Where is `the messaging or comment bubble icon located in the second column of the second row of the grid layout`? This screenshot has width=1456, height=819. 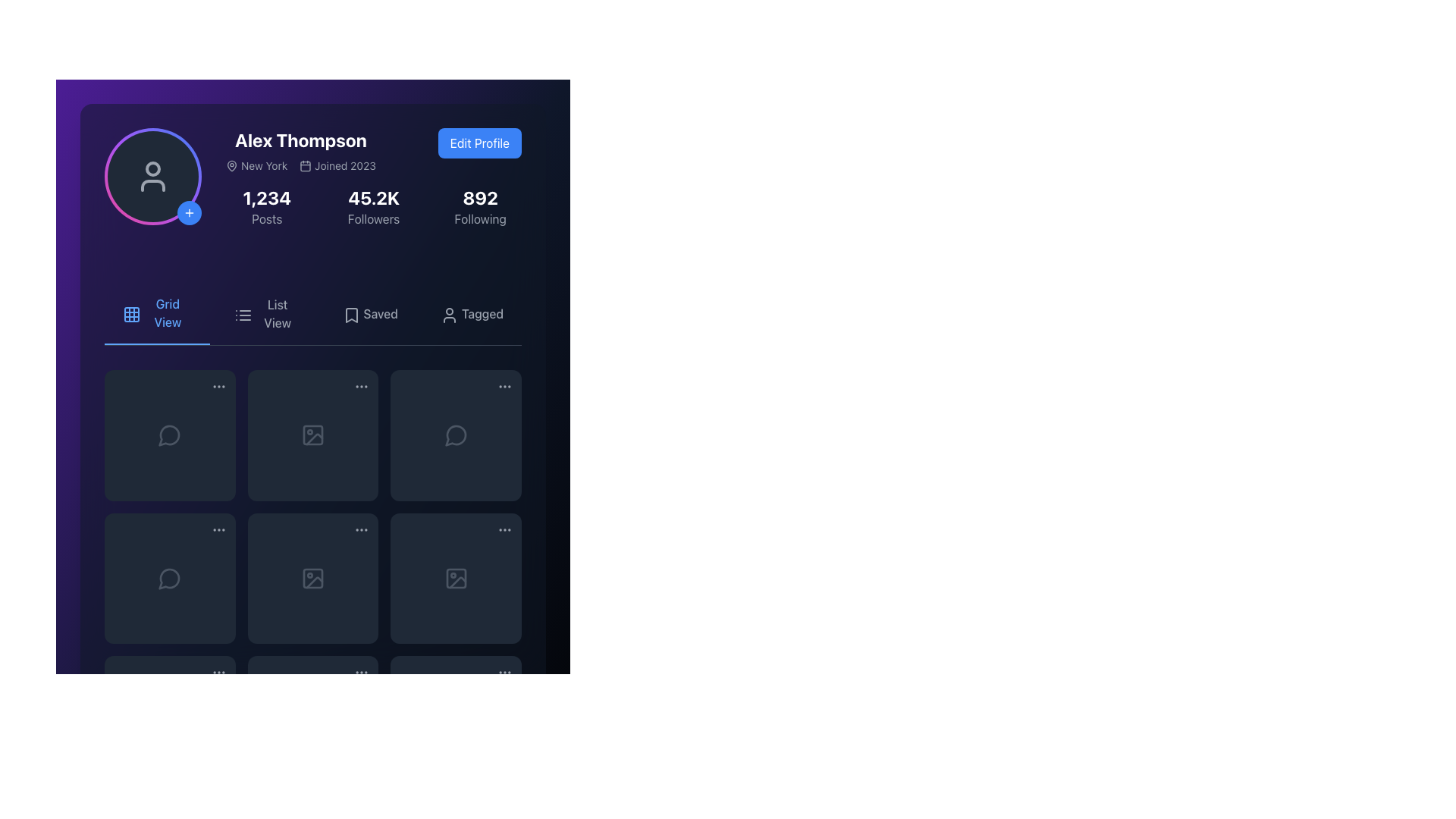
the messaging or comment bubble icon located in the second column of the second row of the grid layout is located at coordinates (454, 435).